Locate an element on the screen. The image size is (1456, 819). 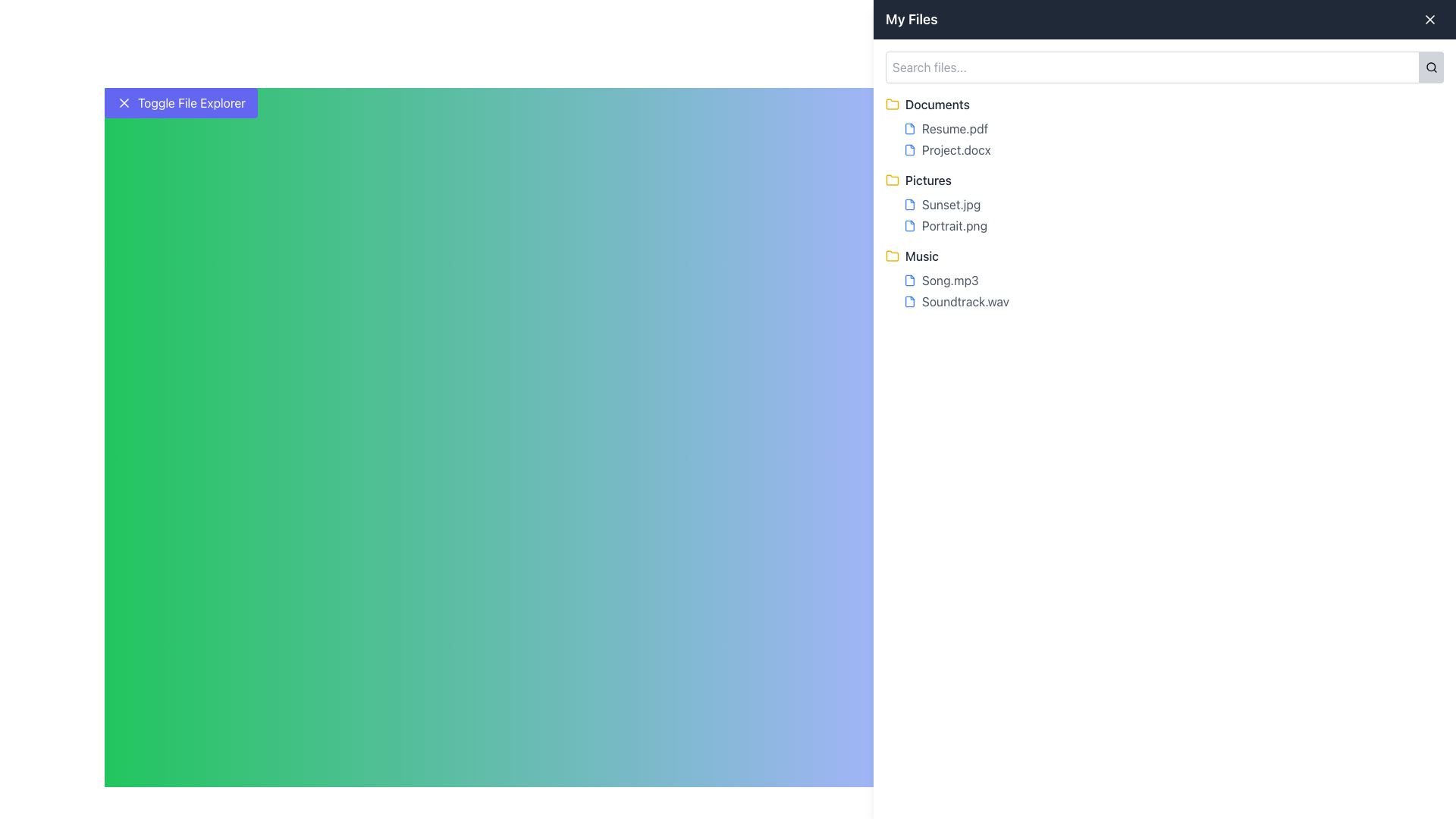
to select the file list item labeled 'Soundtrack.wav' in the Music folder is located at coordinates (1173, 301).